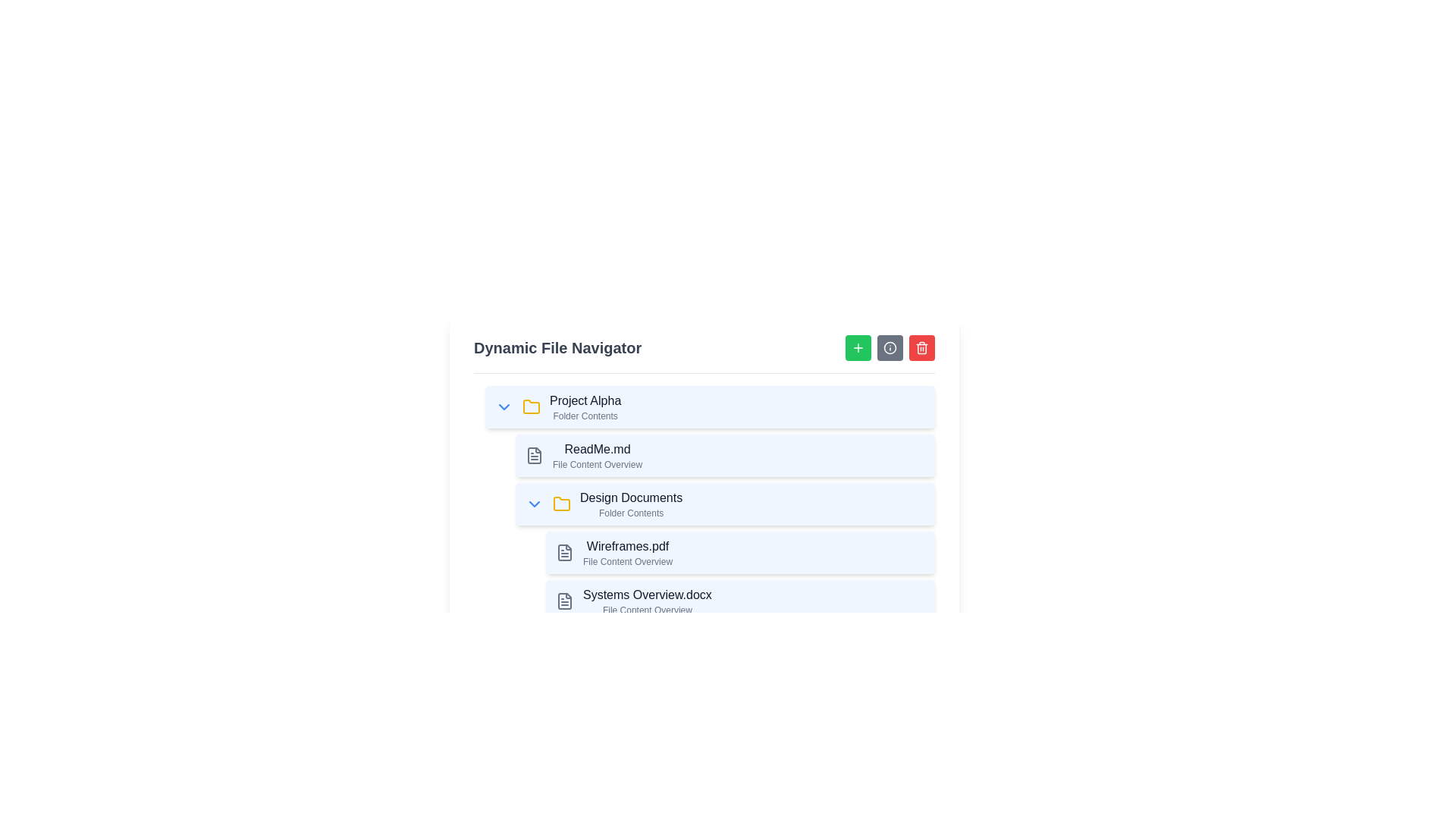 The image size is (1456, 819). What do you see at coordinates (890, 348) in the screenshot?
I see `the help icon located in the upper right section of the interface, positioned between the green '+' icon and the red trash bin icon` at bounding box center [890, 348].